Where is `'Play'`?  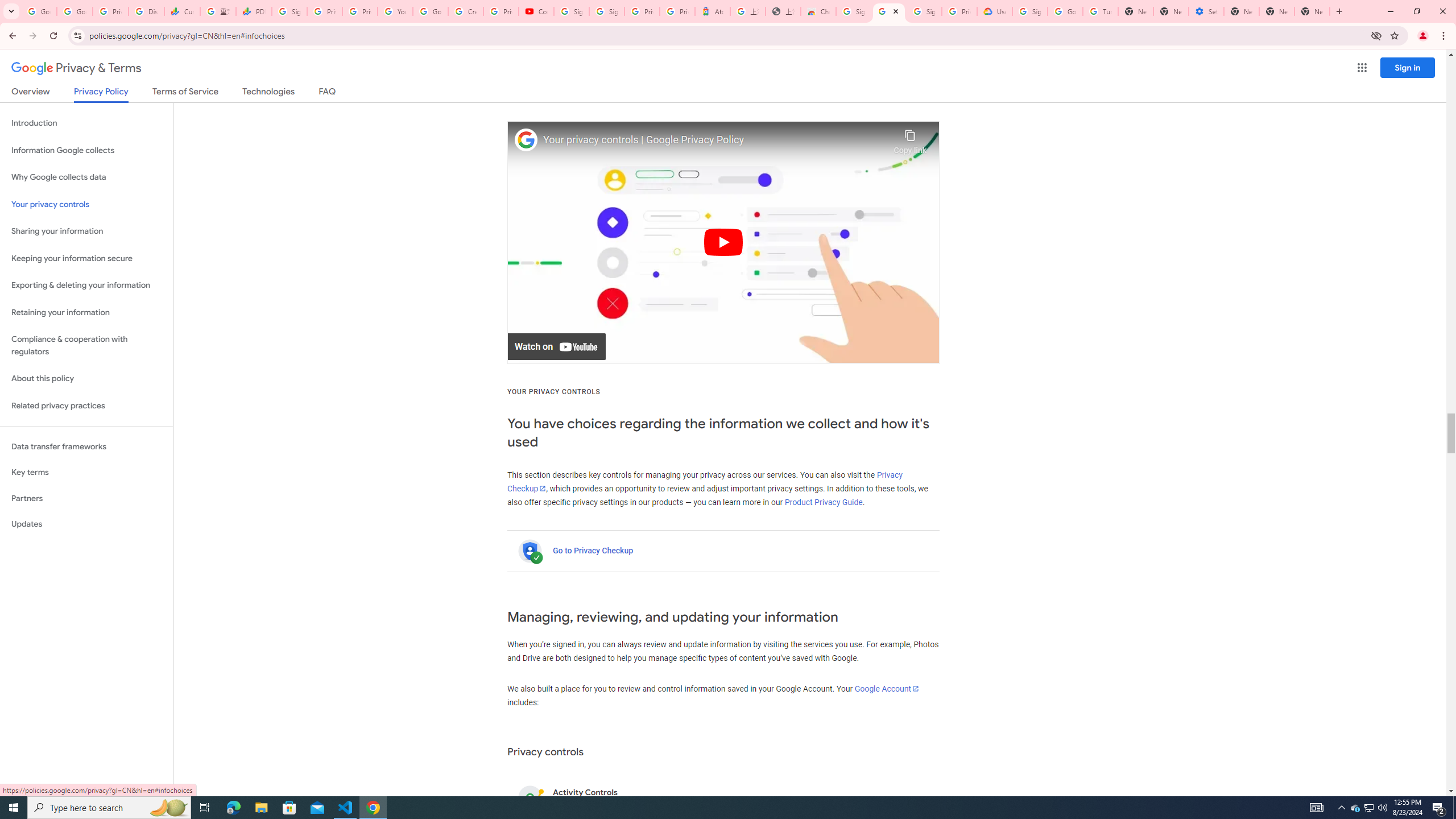
'Play' is located at coordinates (723, 242).